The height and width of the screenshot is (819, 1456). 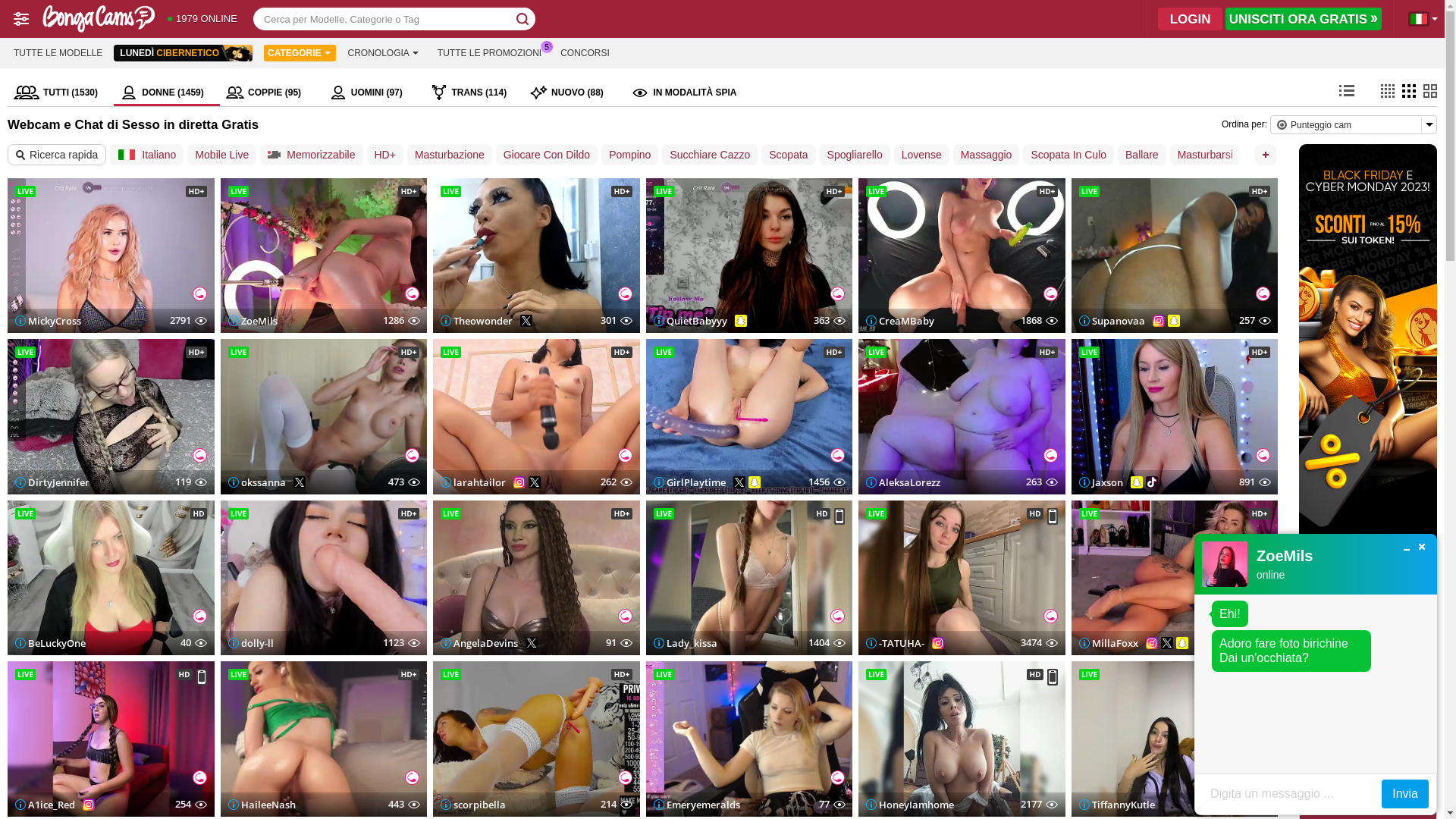 What do you see at coordinates (573, 93) in the screenshot?
I see `'NUOVO (88)'` at bounding box center [573, 93].